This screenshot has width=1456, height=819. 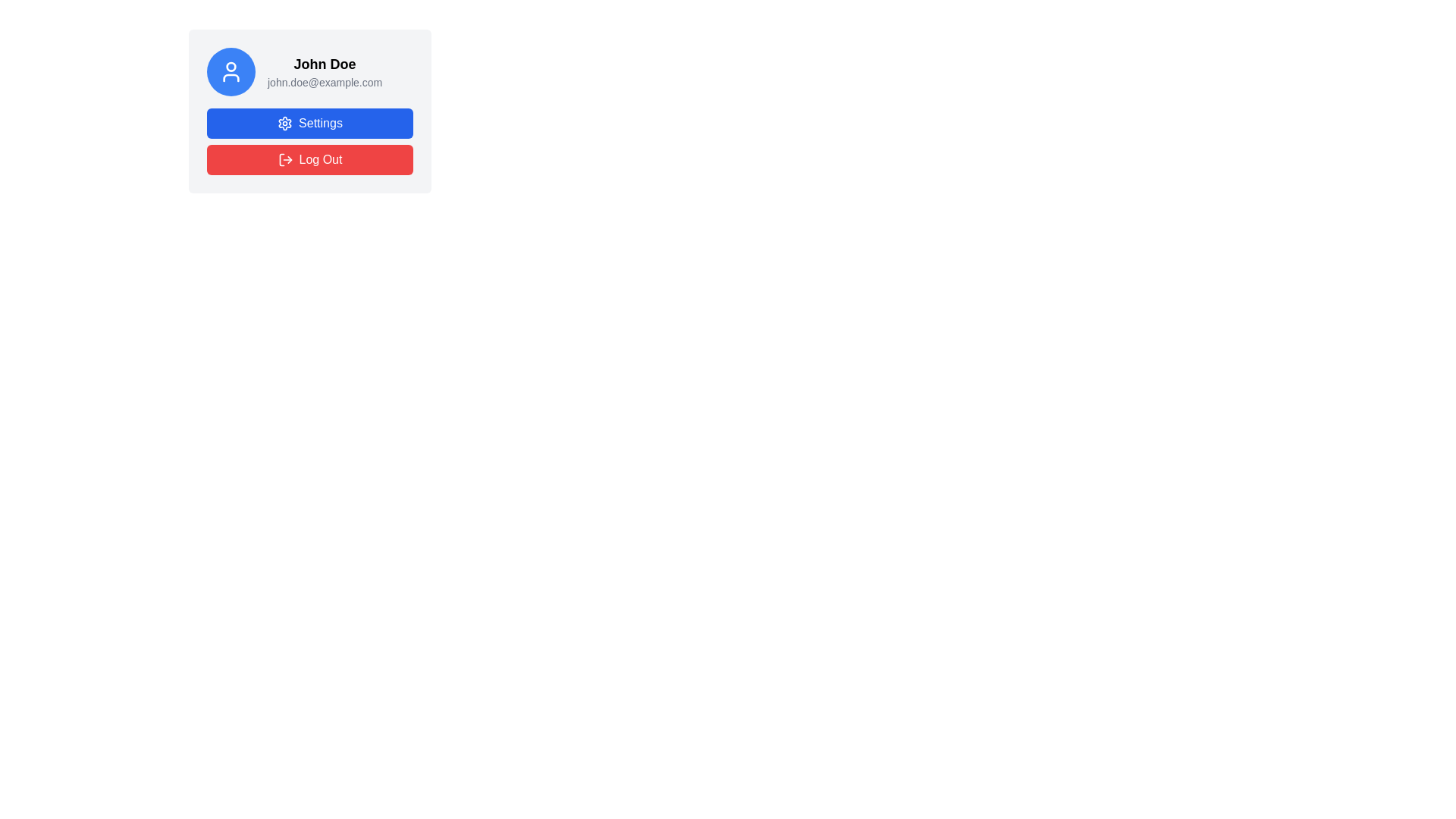 What do you see at coordinates (285, 160) in the screenshot?
I see `the logout icon located to the left of the 'Log Out' text within the 'Log Out' button, which is the second button below the 'Settings' button` at bounding box center [285, 160].